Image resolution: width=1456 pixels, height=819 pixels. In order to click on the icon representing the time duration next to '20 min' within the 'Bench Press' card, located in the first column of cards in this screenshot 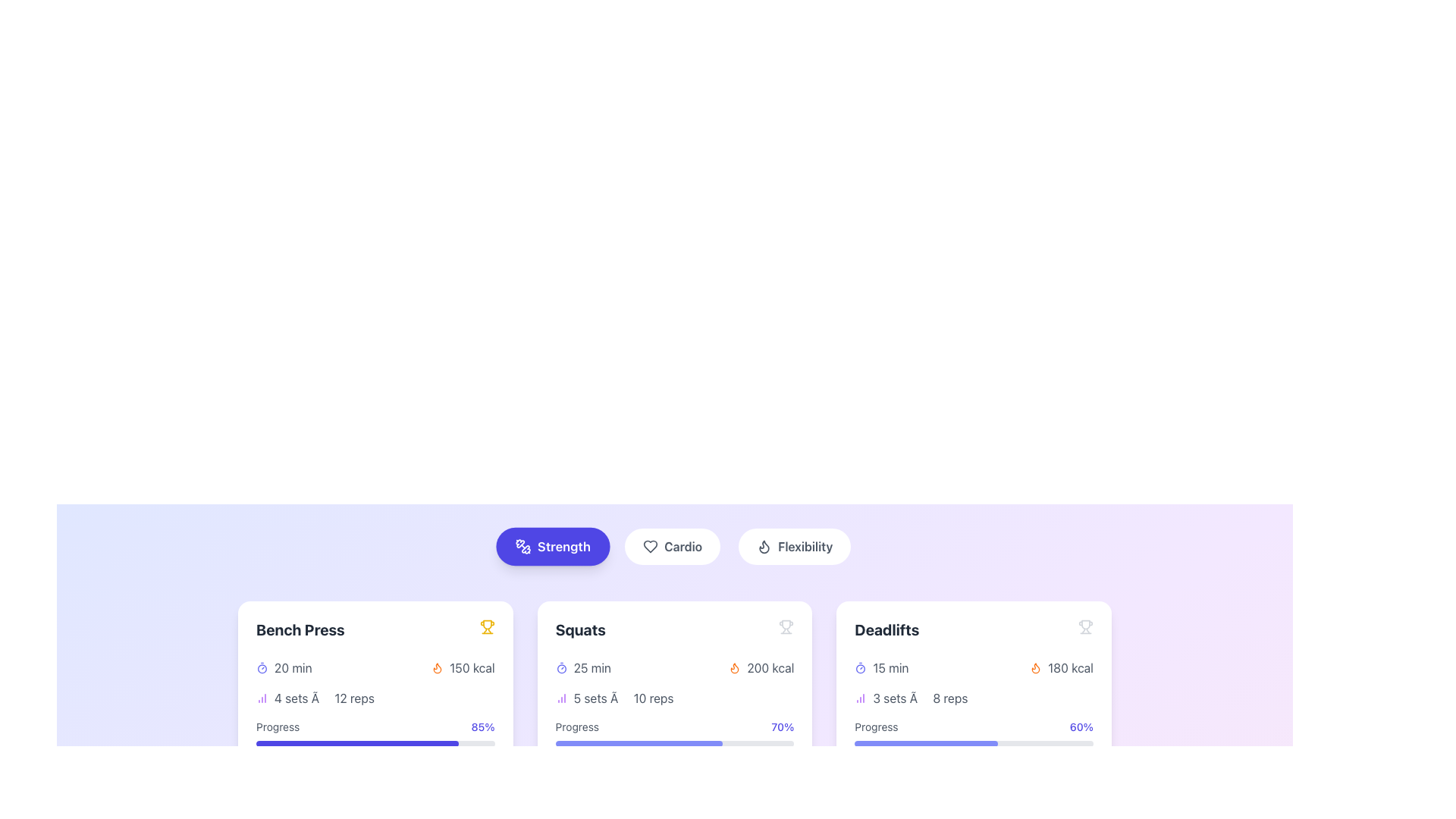, I will do `click(262, 667)`.